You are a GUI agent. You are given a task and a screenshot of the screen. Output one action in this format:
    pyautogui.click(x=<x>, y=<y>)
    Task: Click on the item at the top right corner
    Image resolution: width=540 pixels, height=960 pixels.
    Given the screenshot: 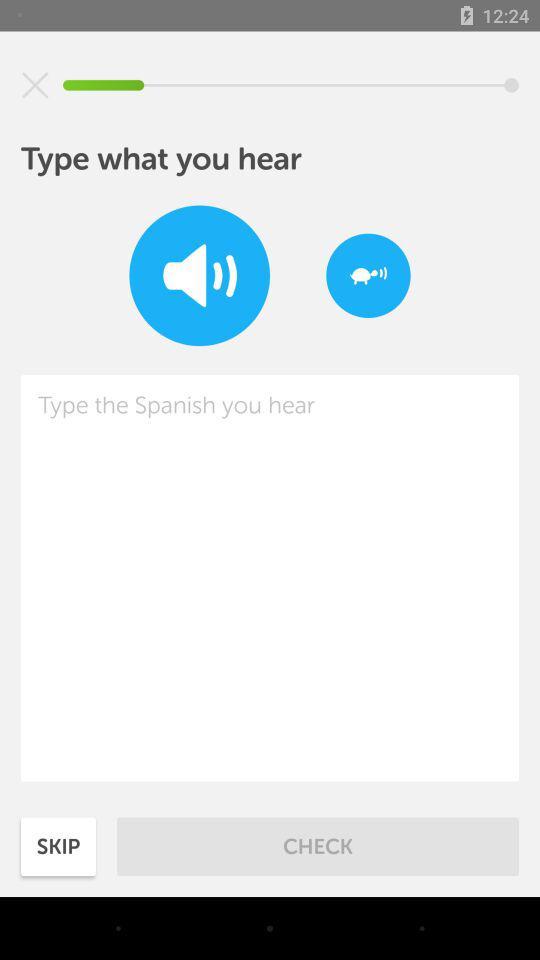 What is the action you would take?
    pyautogui.click(x=367, y=274)
    